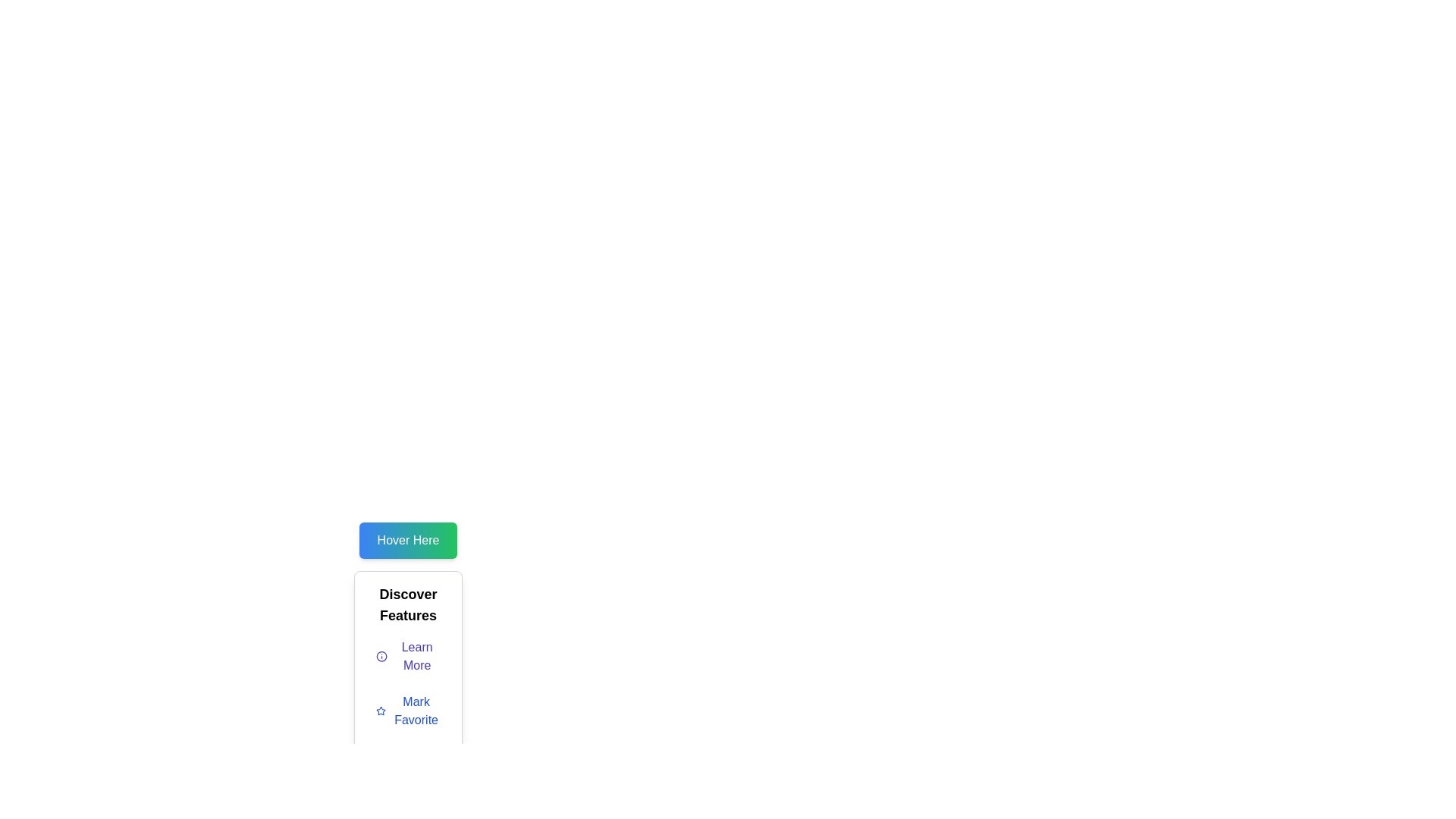 This screenshot has width=1456, height=819. Describe the element at coordinates (381, 711) in the screenshot. I see `the 'favorite' or 'highlight' icon located in the 'Discover Features' section, positioned between an information icon and text options` at that location.